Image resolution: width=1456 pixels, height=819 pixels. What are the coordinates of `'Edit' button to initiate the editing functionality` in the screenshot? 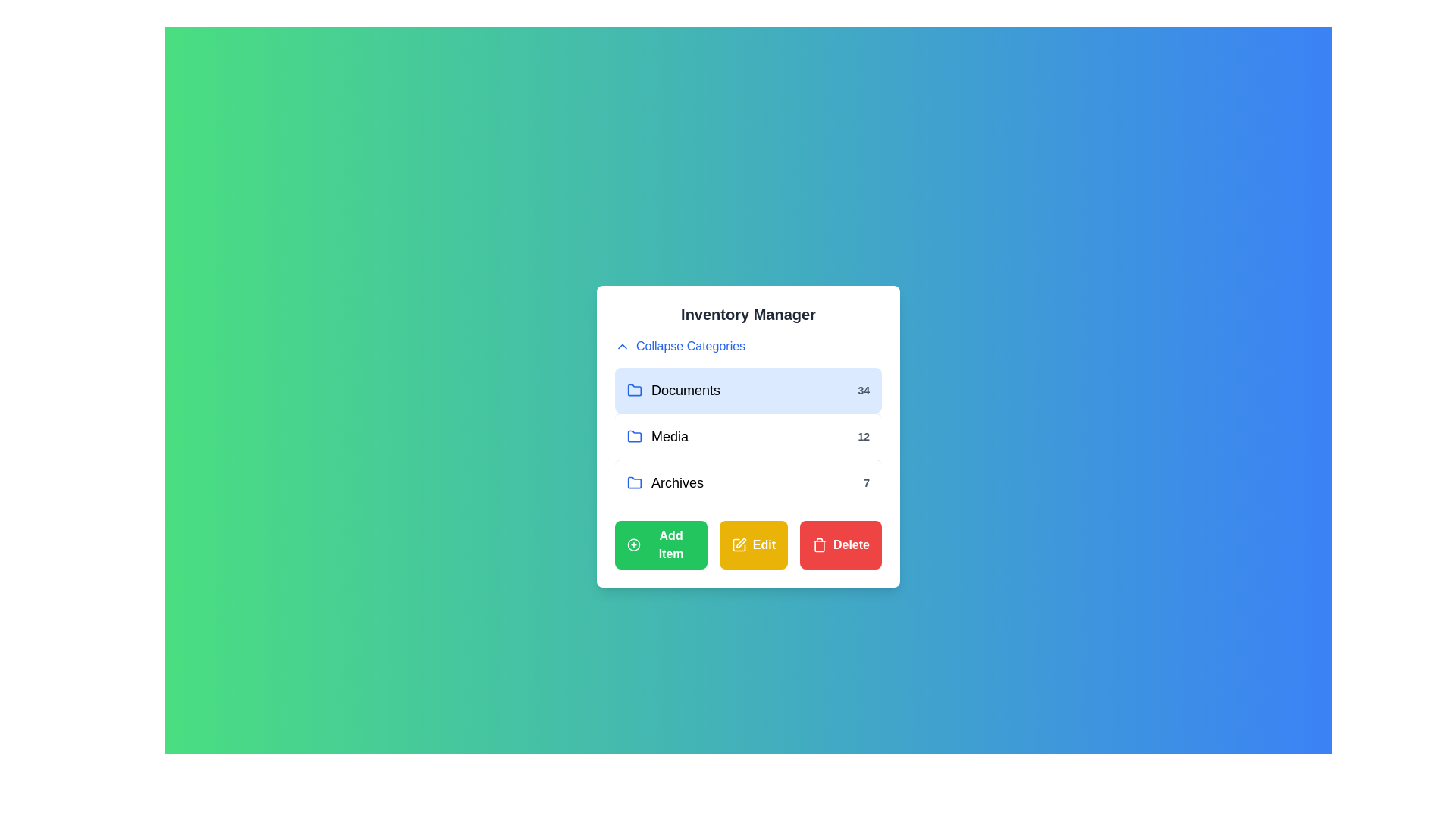 It's located at (753, 544).